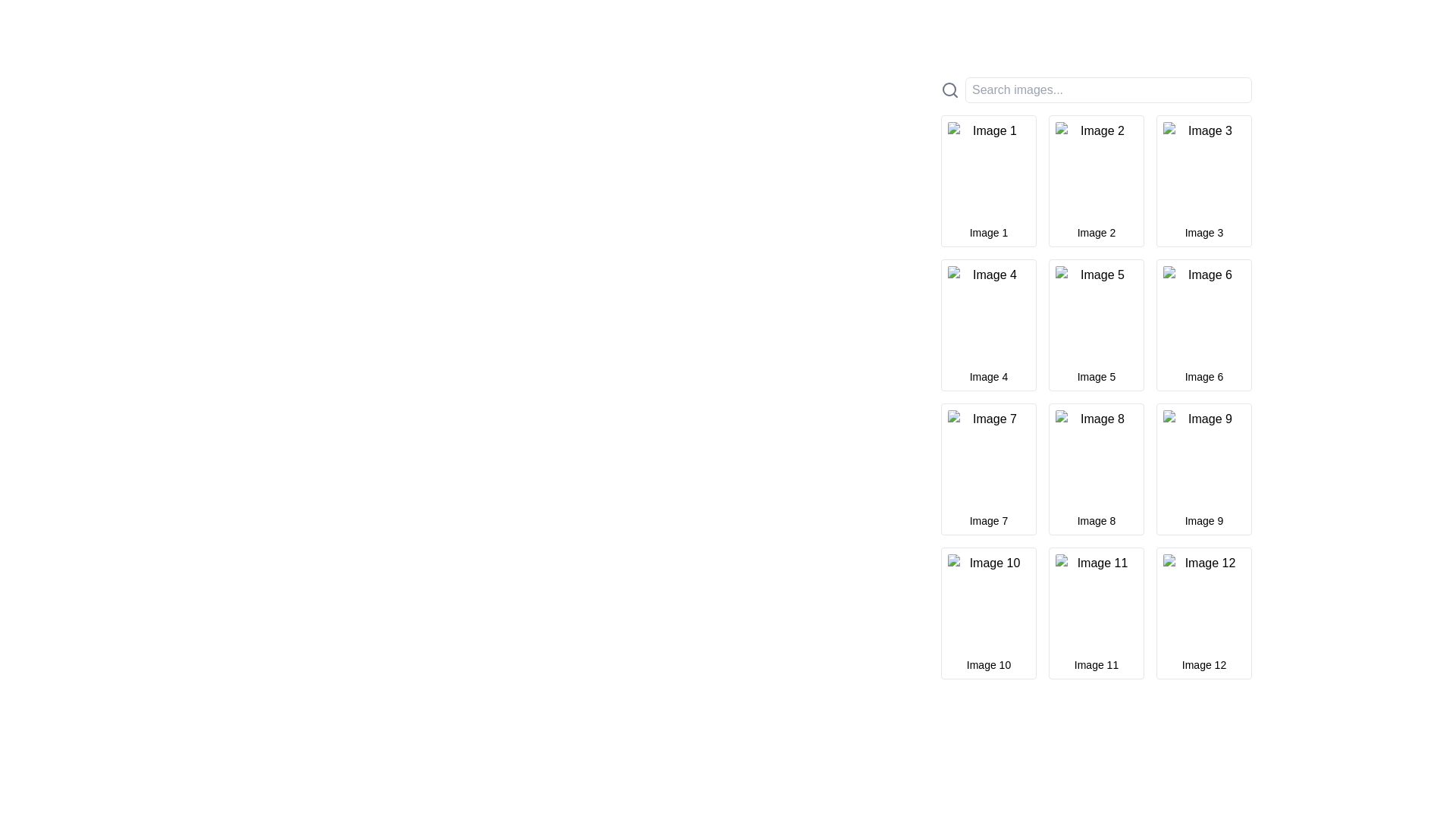  Describe the element at coordinates (989, 664) in the screenshot. I see `the Text Label located below the thumbnail labeled 'Image 10' in the fourth row and first column of the card layout` at that location.